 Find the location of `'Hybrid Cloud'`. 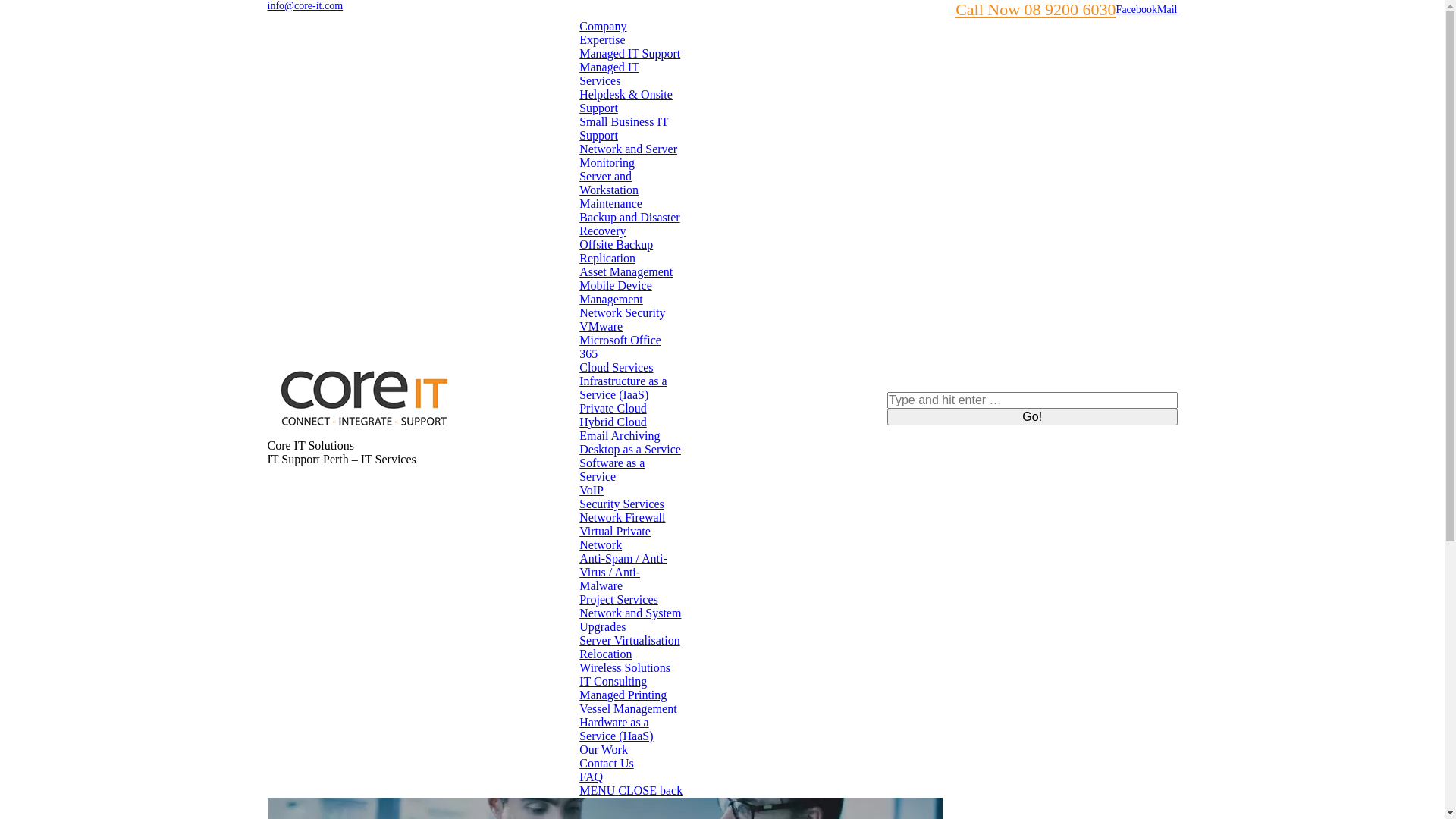

'Hybrid Cloud' is located at coordinates (578, 422).